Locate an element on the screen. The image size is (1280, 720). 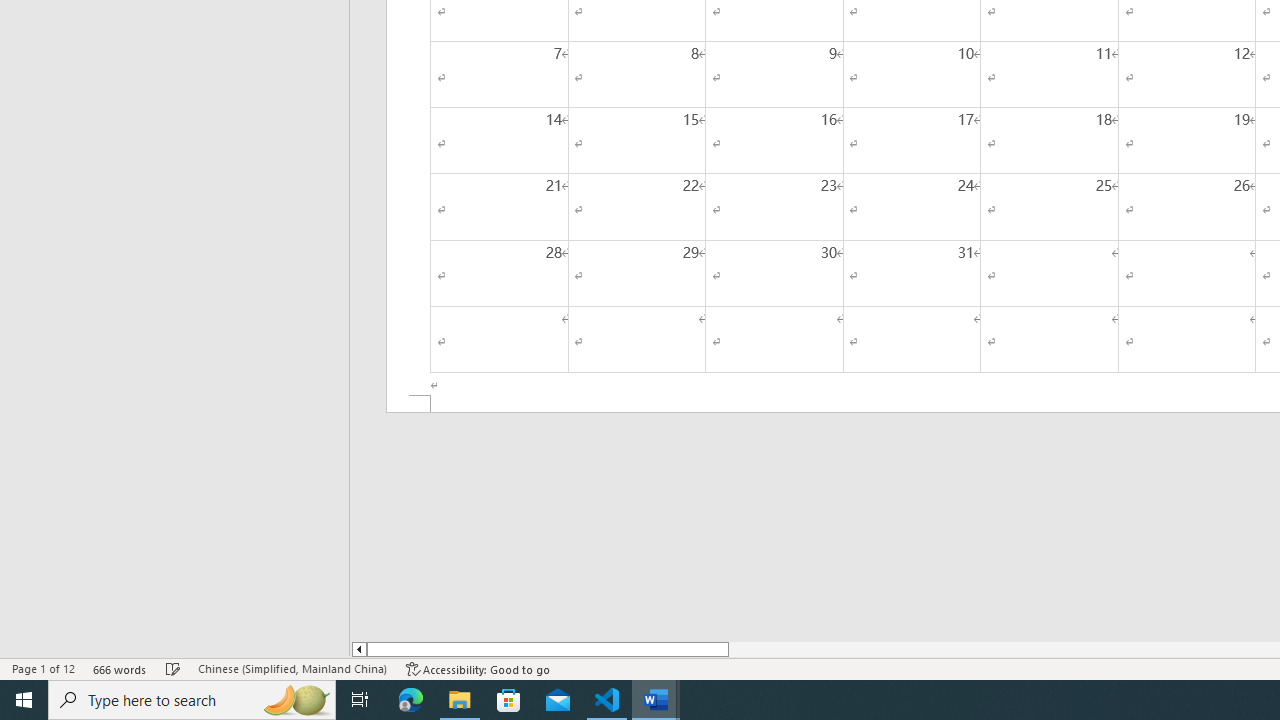
'Spelling and Grammar Check Checking' is located at coordinates (173, 669).